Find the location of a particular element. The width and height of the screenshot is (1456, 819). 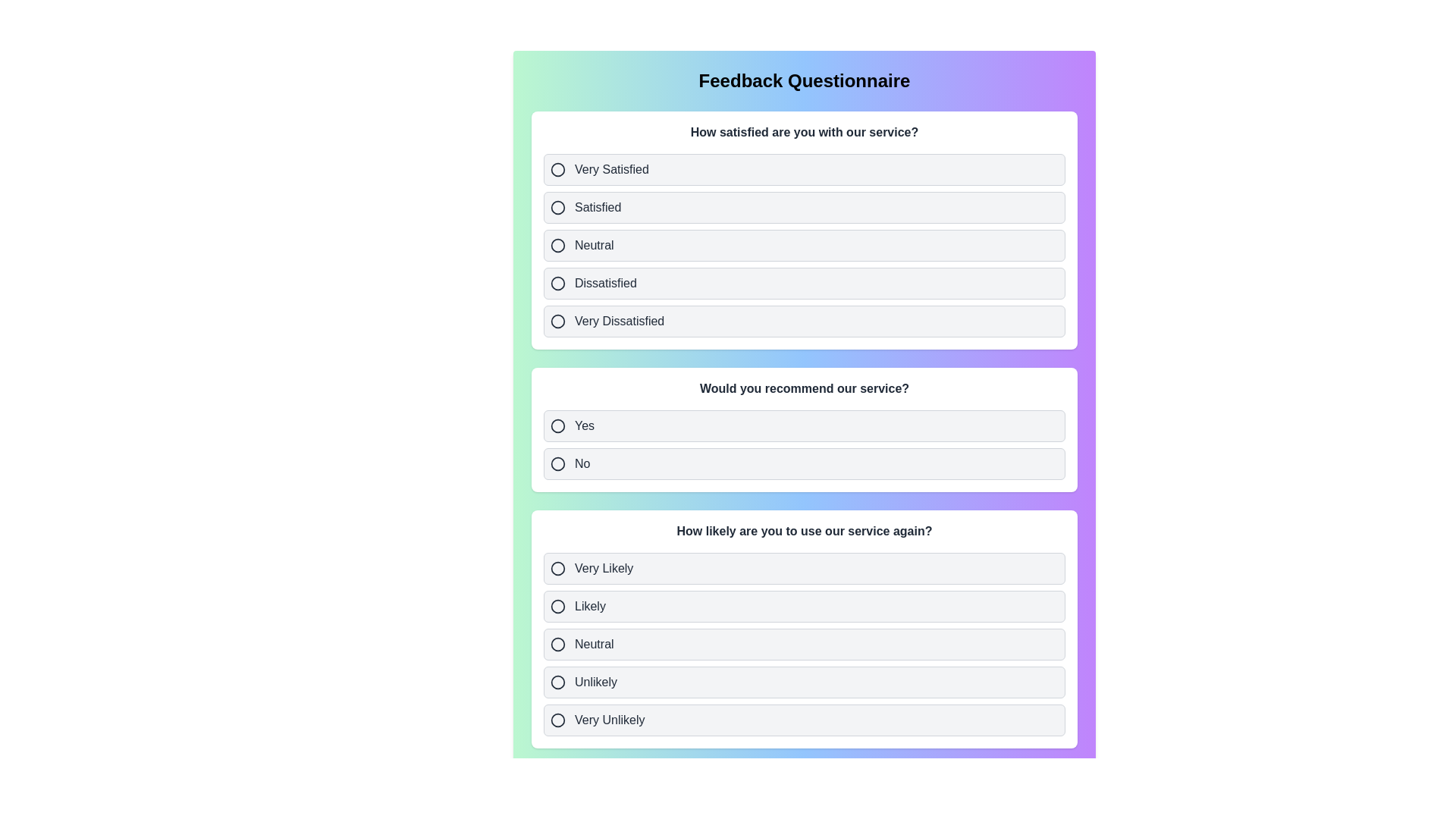

the option Very Satisfied for the first question is located at coordinates (803, 169).